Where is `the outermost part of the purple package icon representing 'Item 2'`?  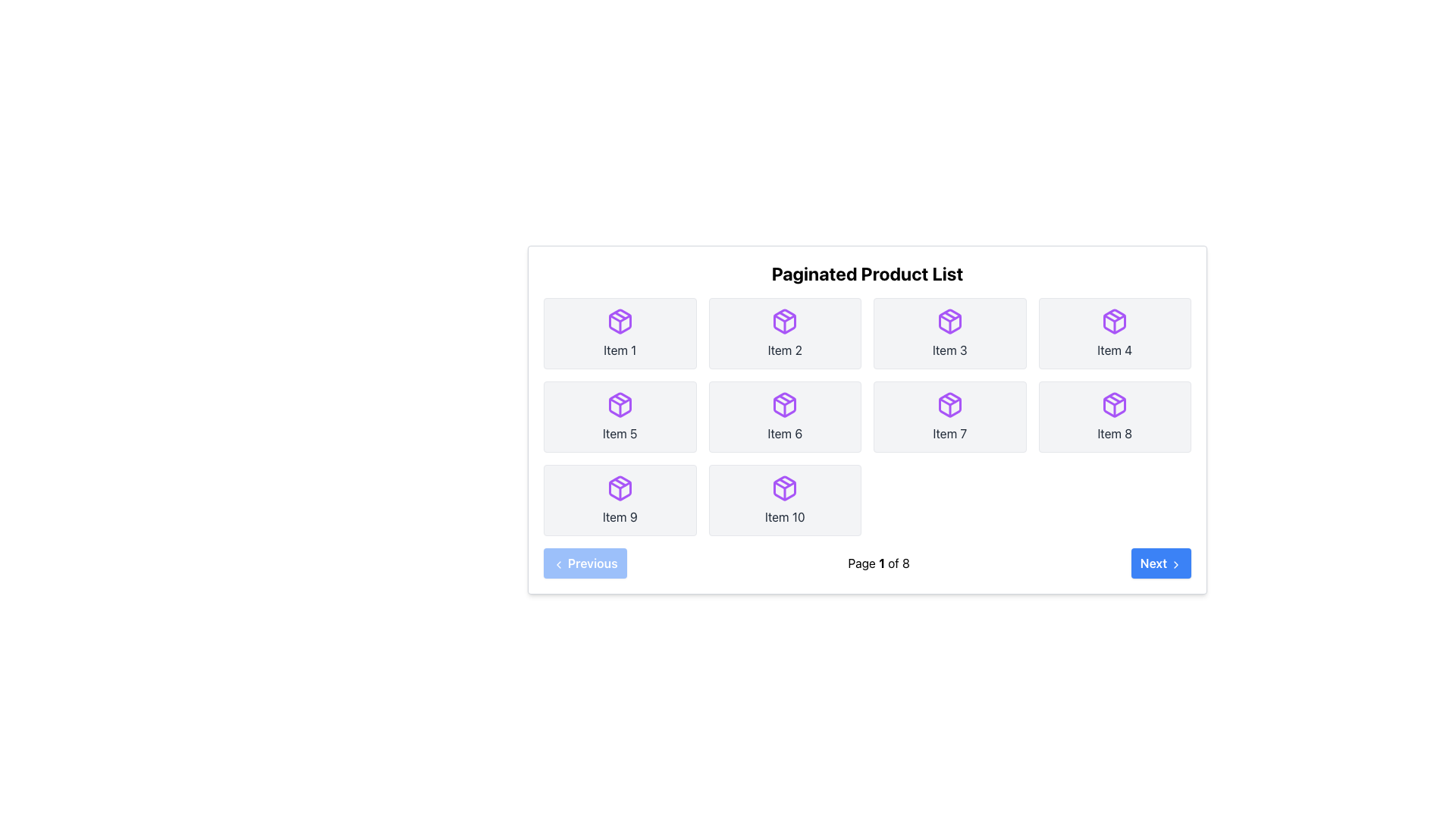
the outermost part of the purple package icon representing 'Item 2' is located at coordinates (785, 321).